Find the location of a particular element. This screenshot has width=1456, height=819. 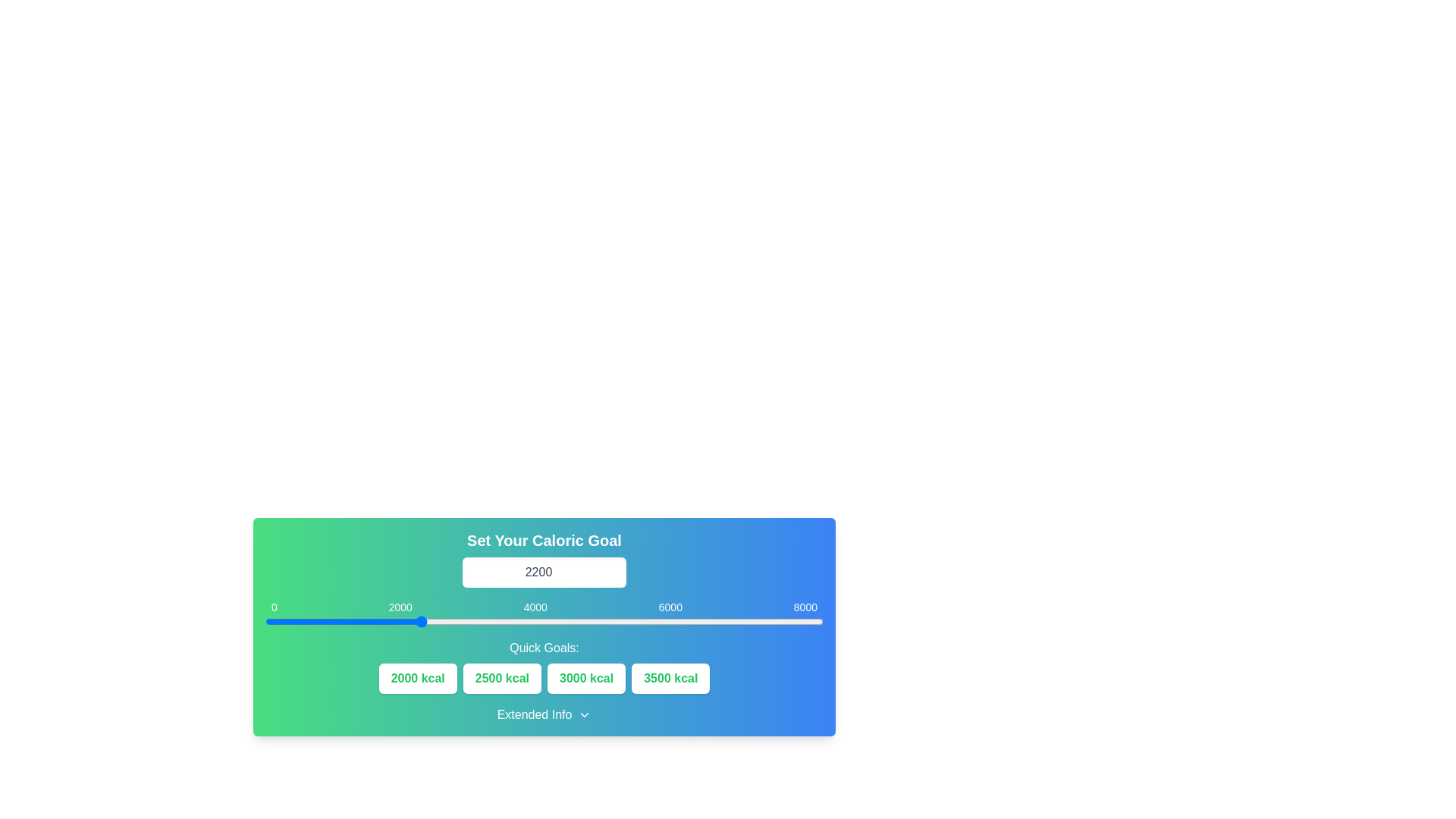

the button labeled '3000 kcal' is located at coordinates (585, 677).